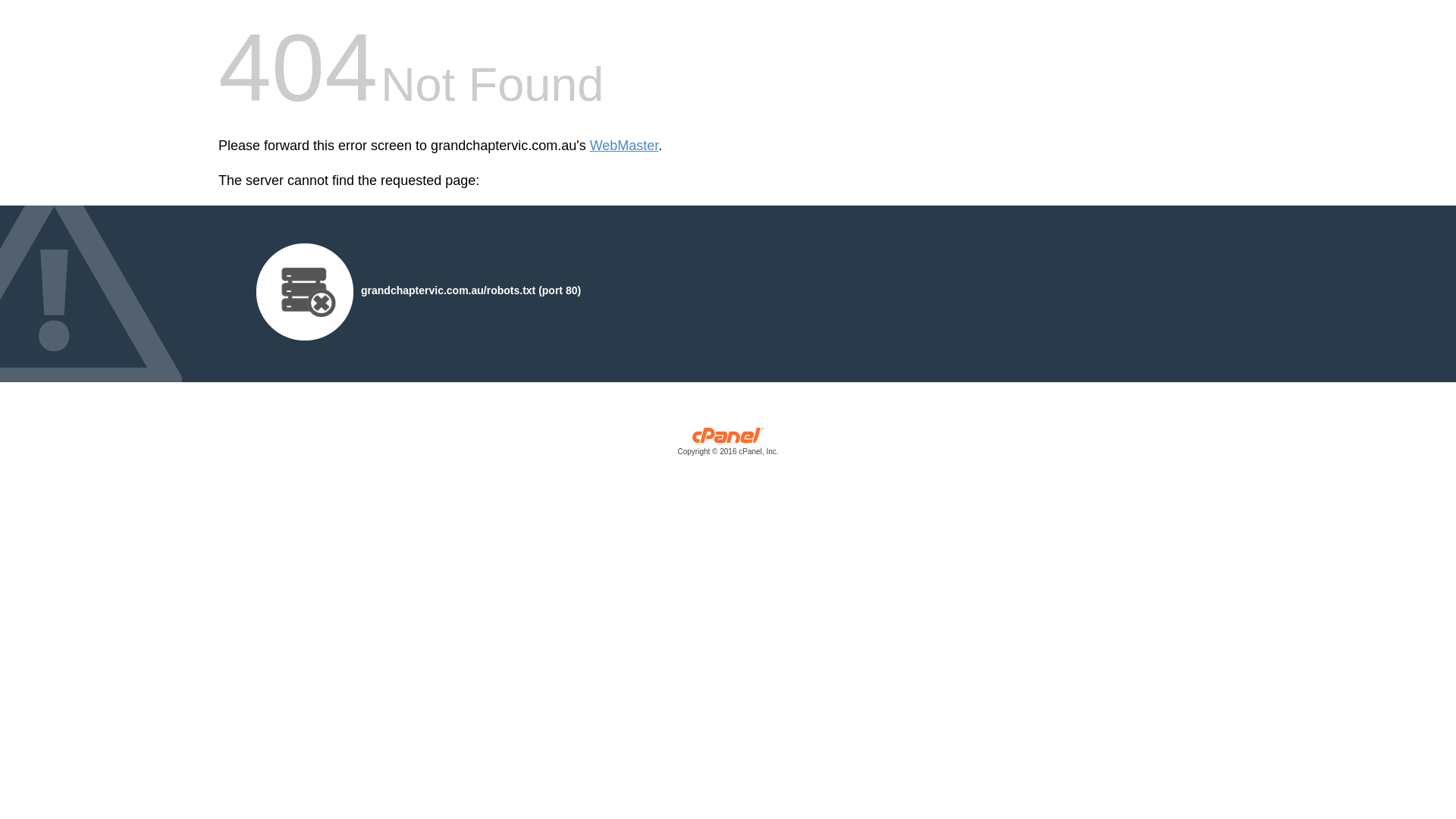 Image resolution: width=1456 pixels, height=819 pixels. I want to click on 'WebMaster', so click(588, 146).